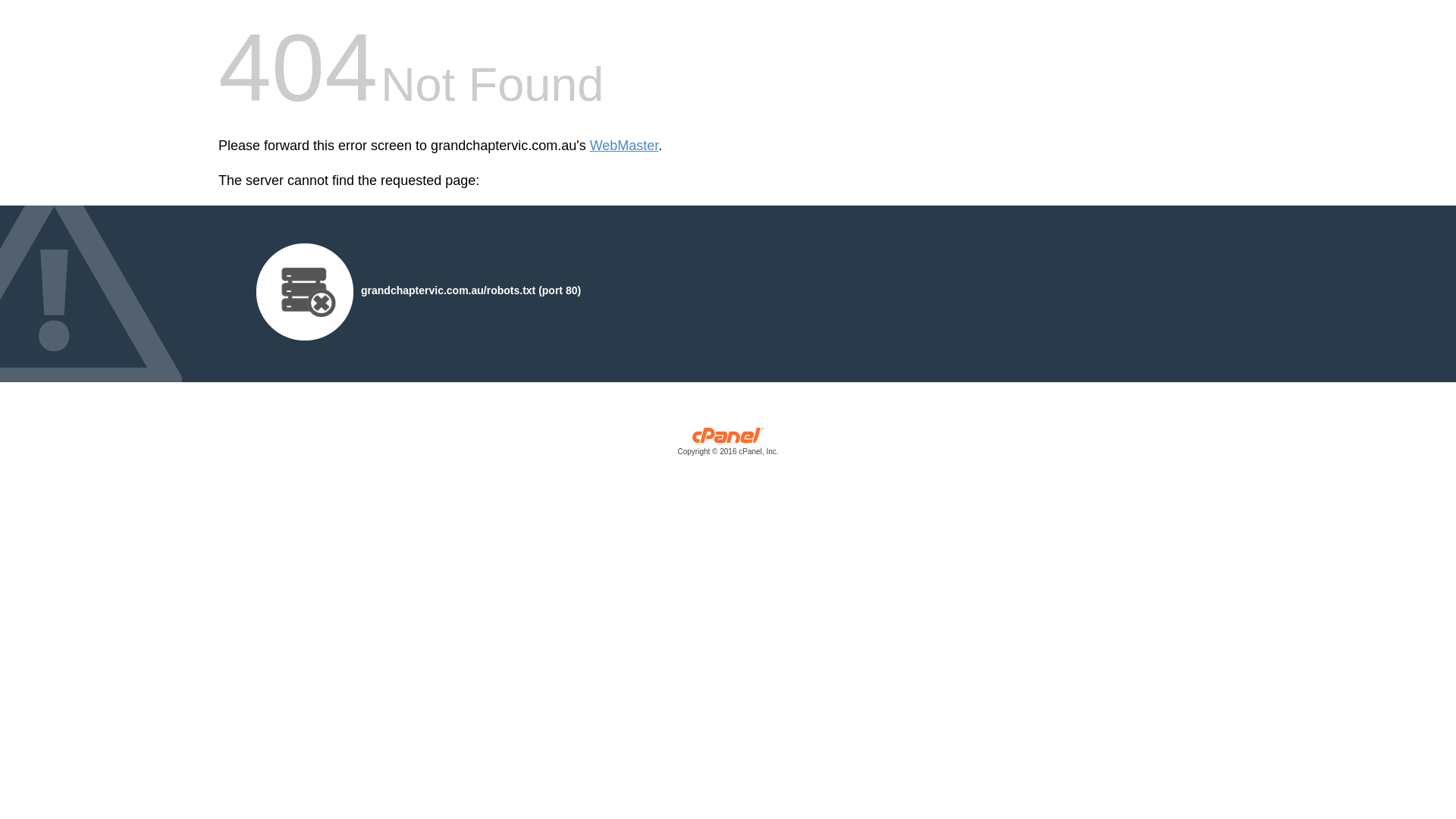 Image resolution: width=1456 pixels, height=819 pixels. I want to click on 'WebMaster', so click(588, 146).